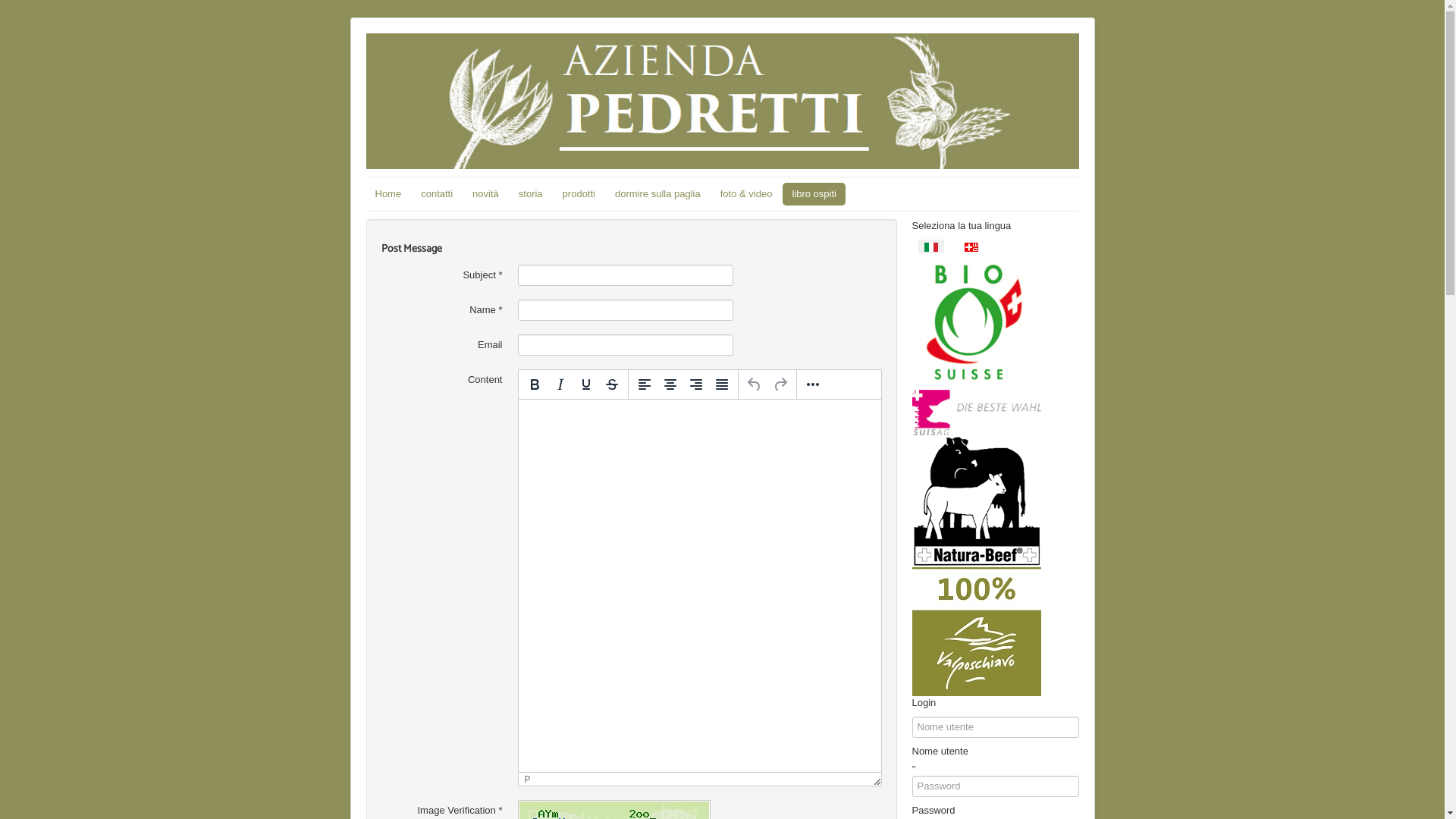 The height and width of the screenshot is (819, 1456). What do you see at coordinates (657, 193) in the screenshot?
I see `'dormire sulla paglia'` at bounding box center [657, 193].